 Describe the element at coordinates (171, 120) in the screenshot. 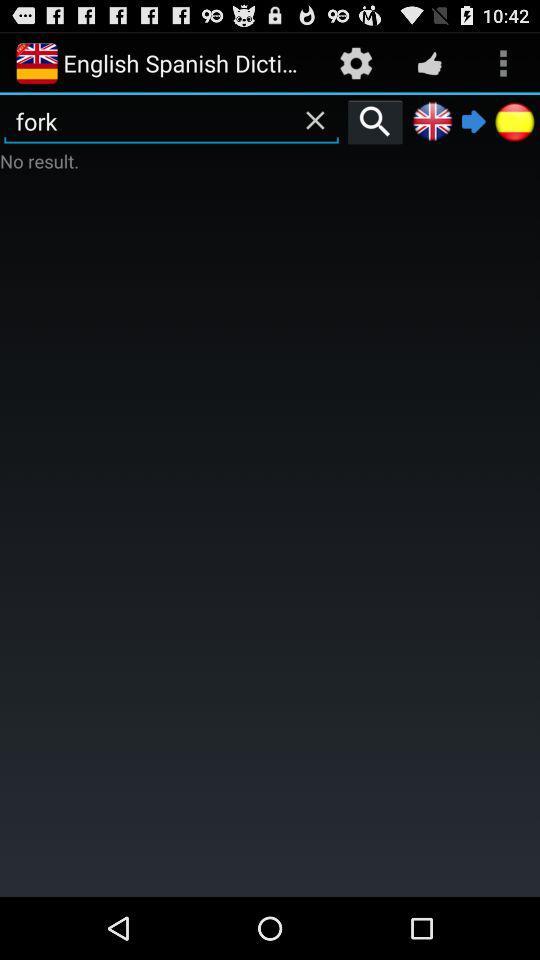

I see `fork item` at that location.